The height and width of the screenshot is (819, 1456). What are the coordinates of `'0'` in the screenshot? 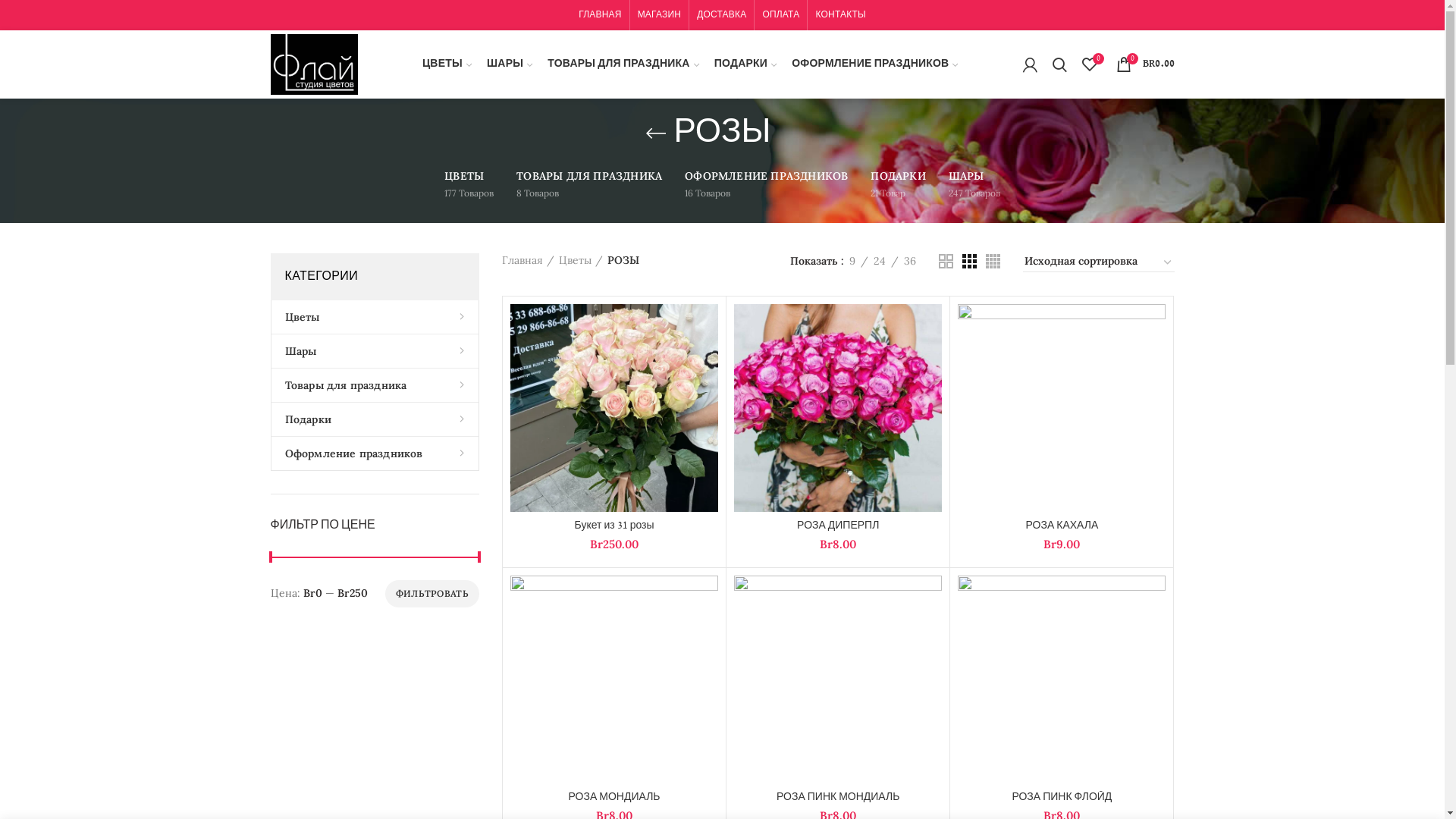 It's located at (1087, 63).